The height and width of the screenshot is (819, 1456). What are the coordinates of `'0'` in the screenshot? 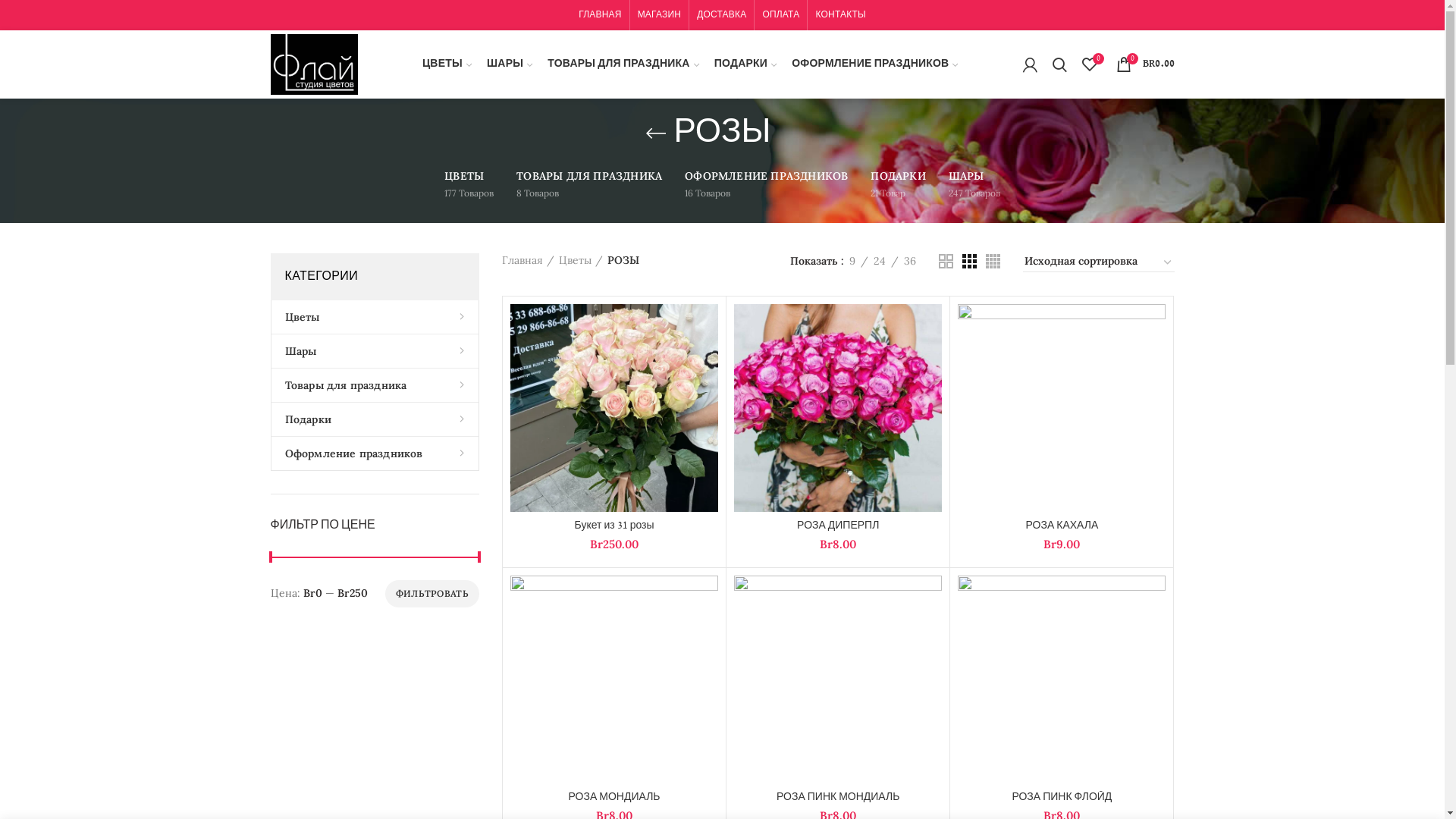 It's located at (1087, 63).